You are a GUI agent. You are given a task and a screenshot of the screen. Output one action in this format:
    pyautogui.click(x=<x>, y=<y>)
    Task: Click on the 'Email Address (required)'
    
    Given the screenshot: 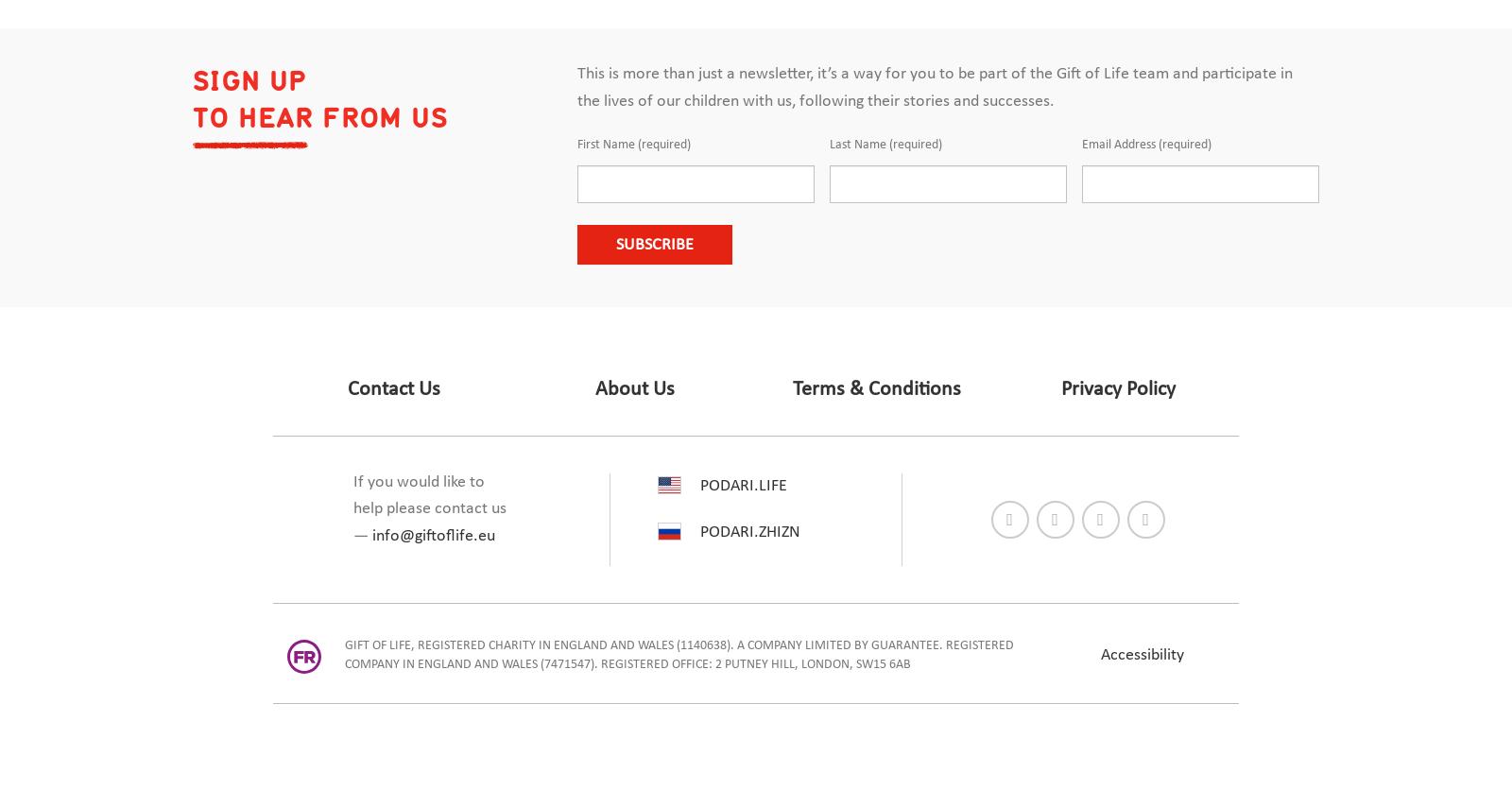 What is the action you would take?
    pyautogui.click(x=1144, y=143)
    